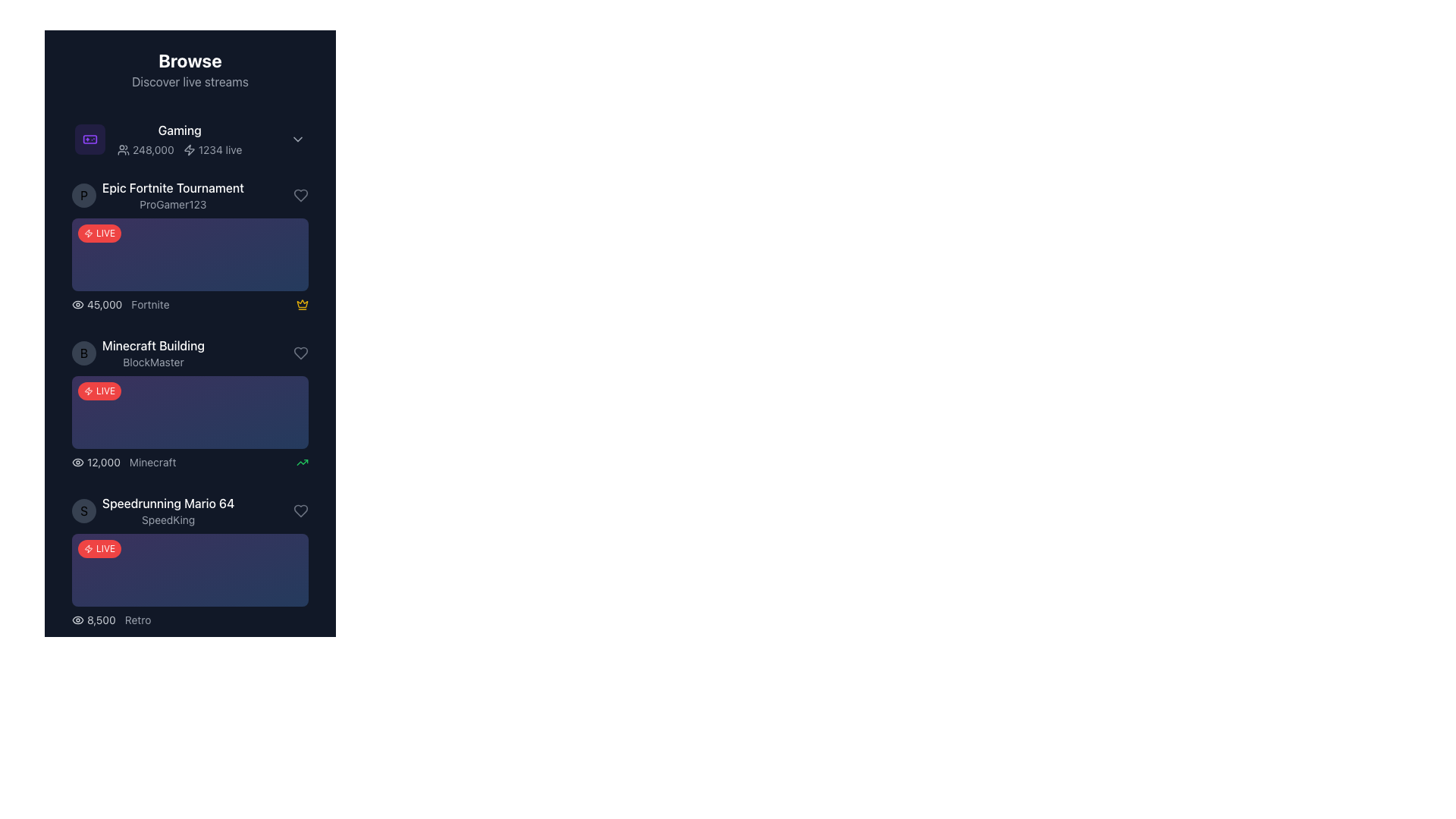 Image resolution: width=1456 pixels, height=819 pixels. Describe the element at coordinates (152, 461) in the screenshot. I see `the text label indicating the category or game associated with the live stream entry, located to the right of the viewer count and below 'Minecraft Building'` at that location.